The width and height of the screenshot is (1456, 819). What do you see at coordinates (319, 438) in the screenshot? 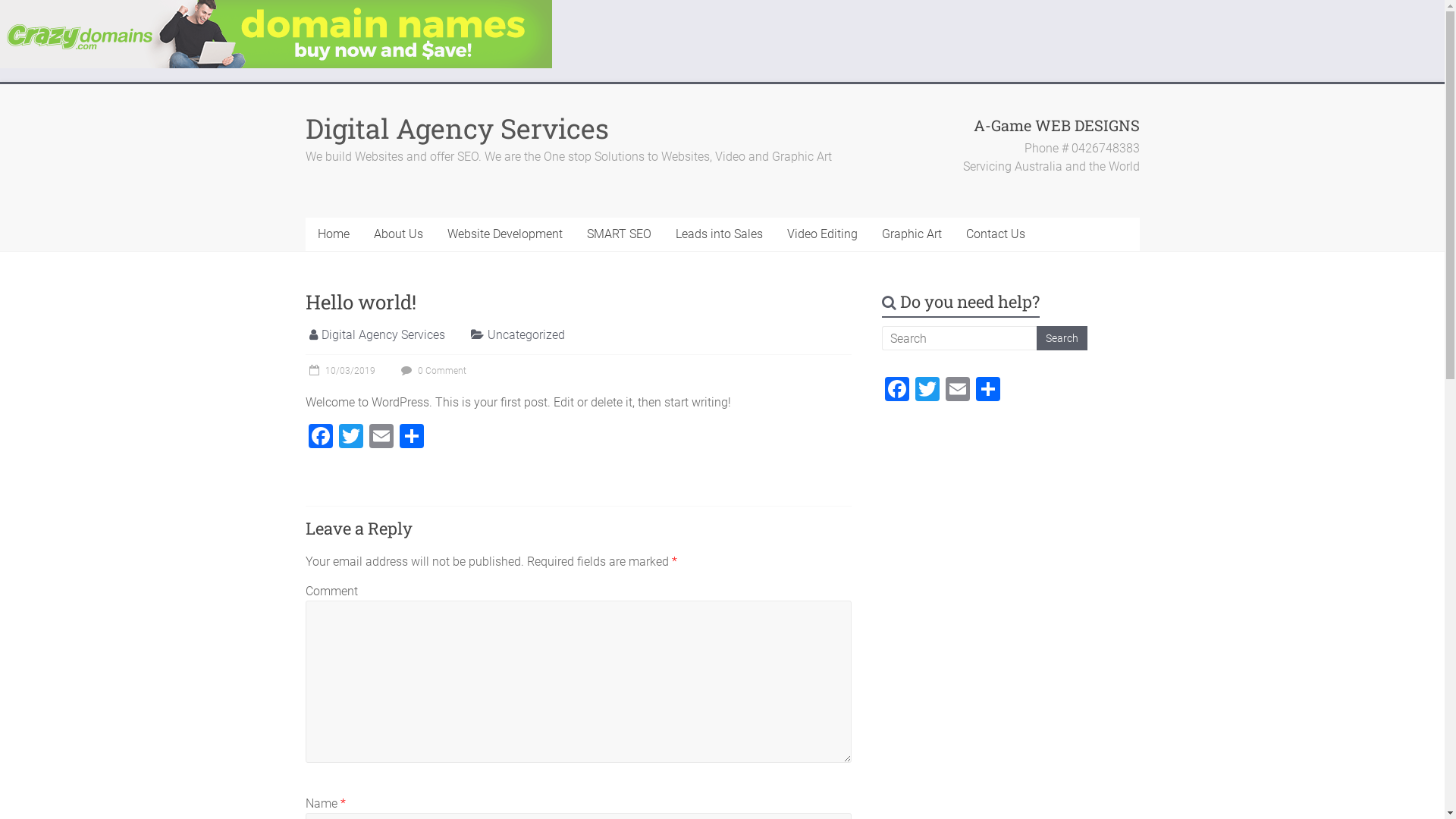
I see `'Facebook'` at bounding box center [319, 438].